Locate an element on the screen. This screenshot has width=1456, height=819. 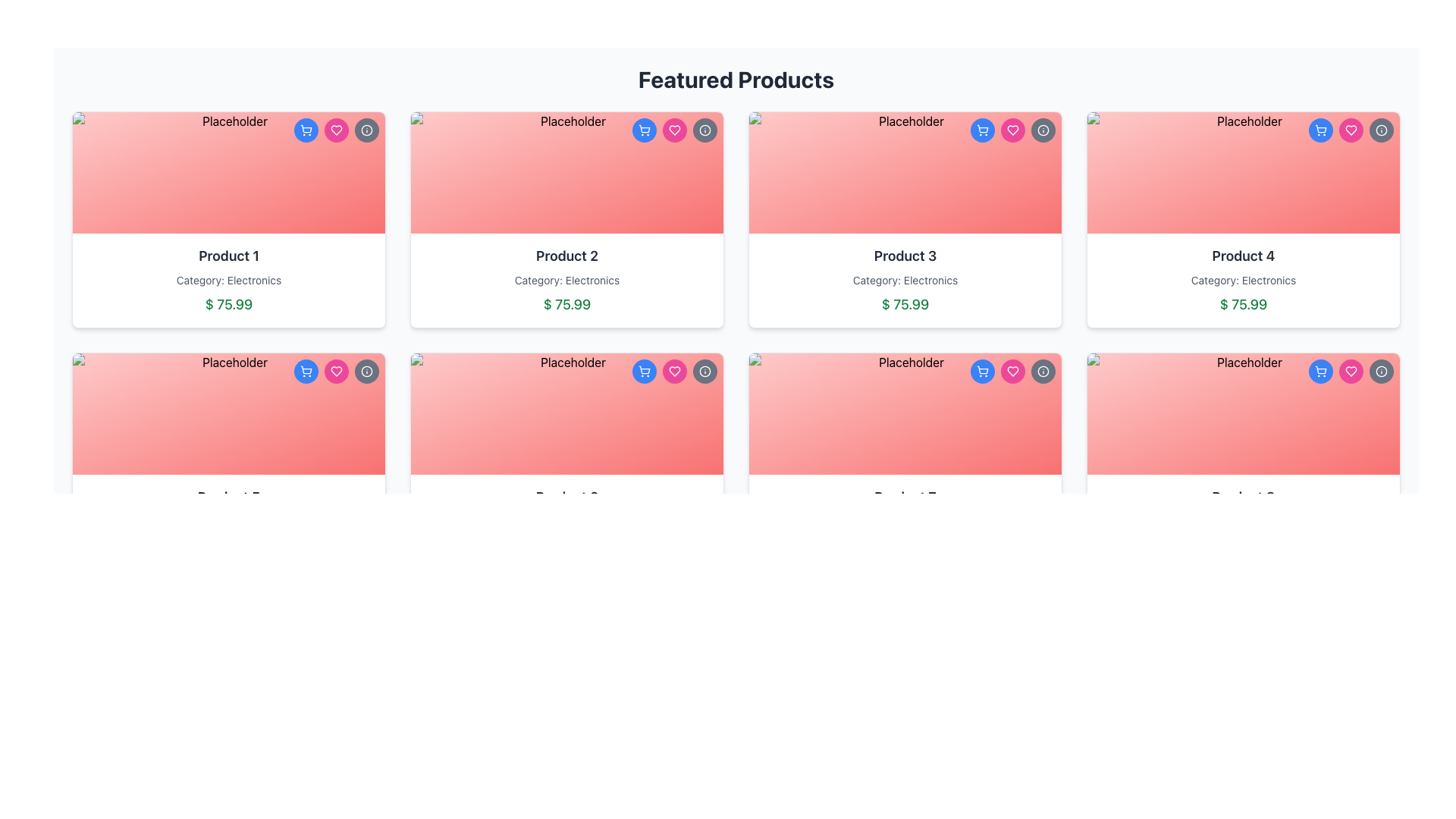
the Image Display Area in the card labeled 'Product 2', which is positioned in the second column of the first row in a grid layout is located at coordinates (566, 171).